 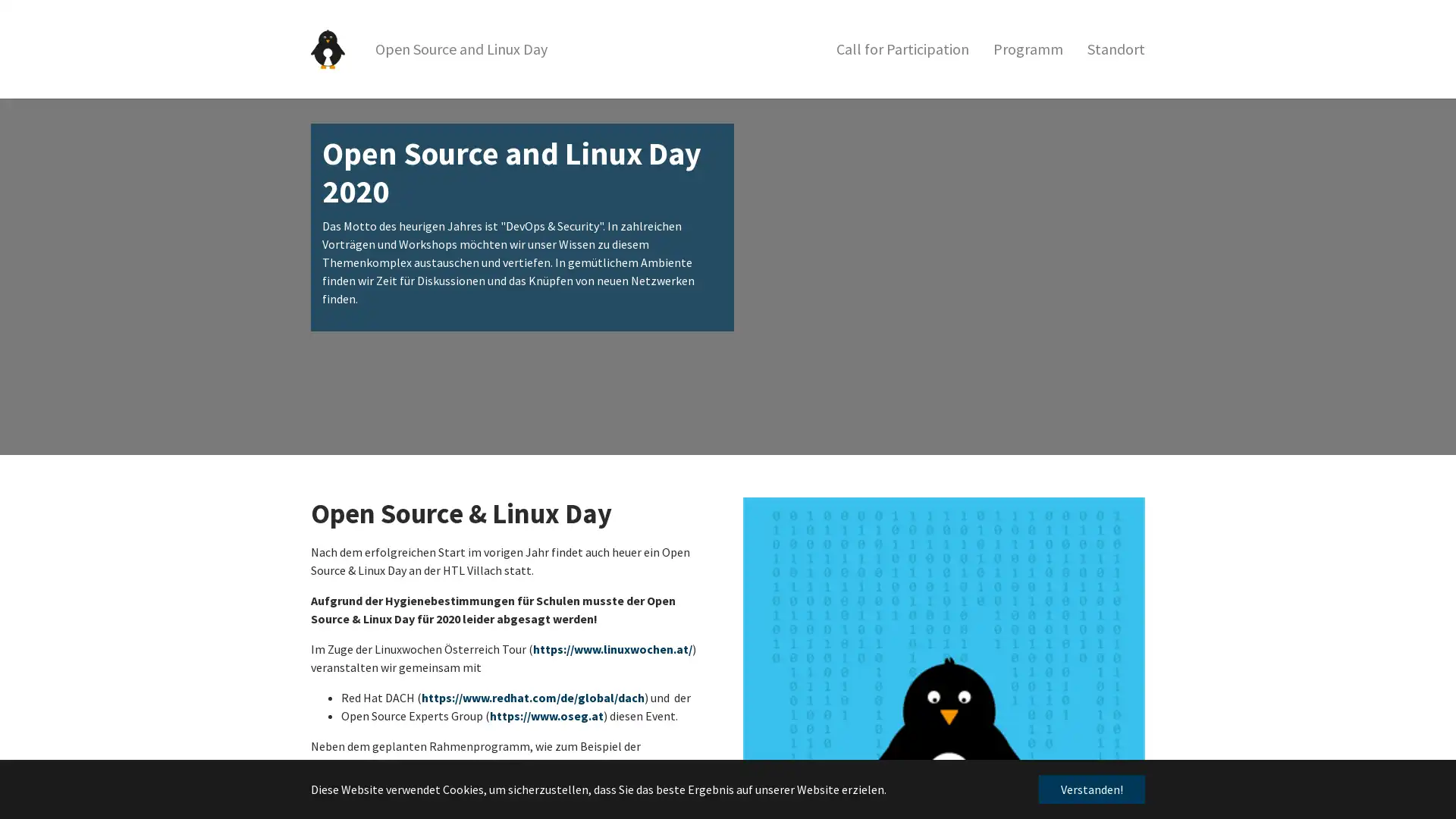 What do you see at coordinates (1092, 789) in the screenshot?
I see `dismiss cookie message` at bounding box center [1092, 789].